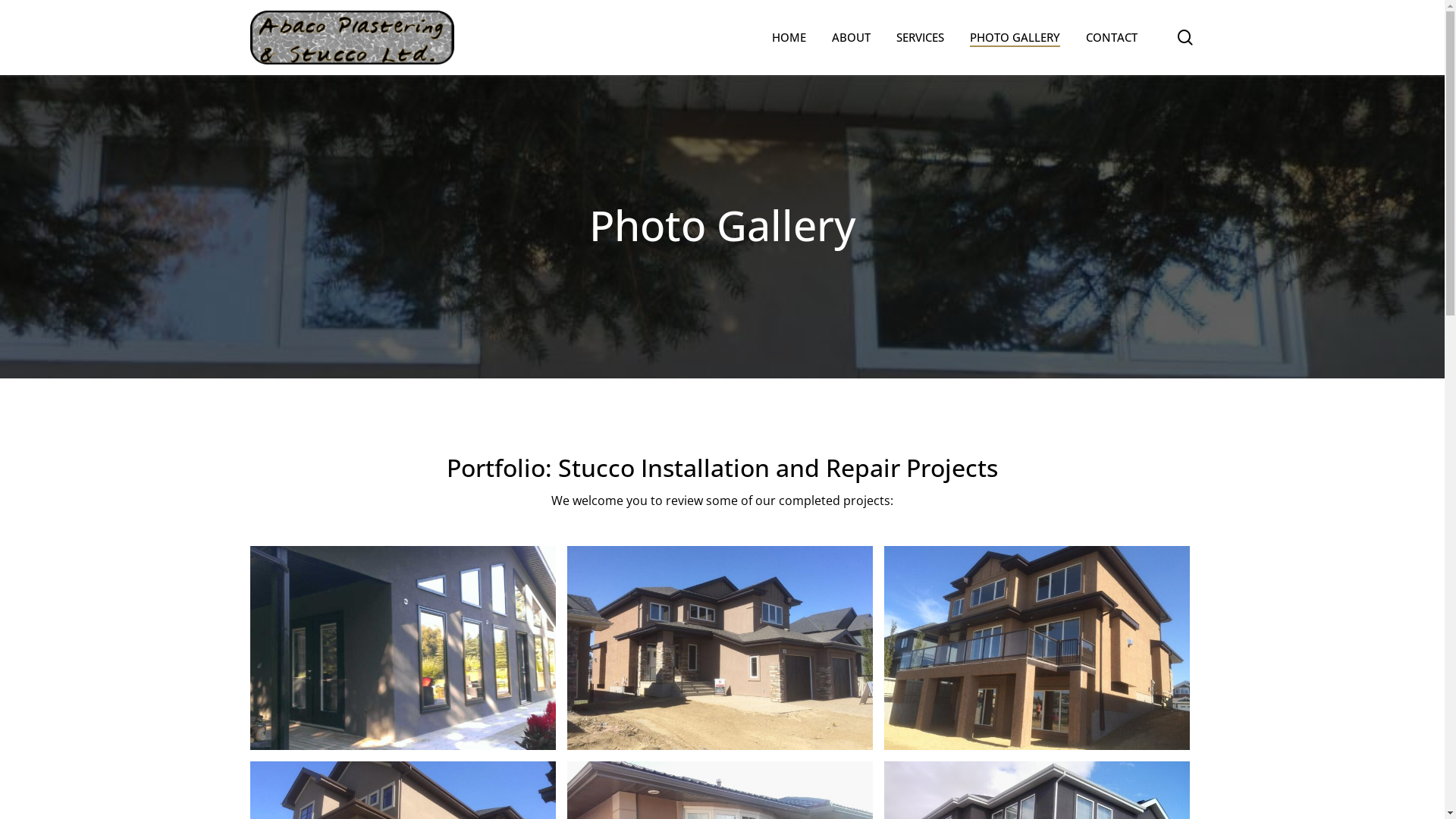 The image size is (1456, 819). Describe the element at coordinates (1185, 36) in the screenshot. I see `'search'` at that location.